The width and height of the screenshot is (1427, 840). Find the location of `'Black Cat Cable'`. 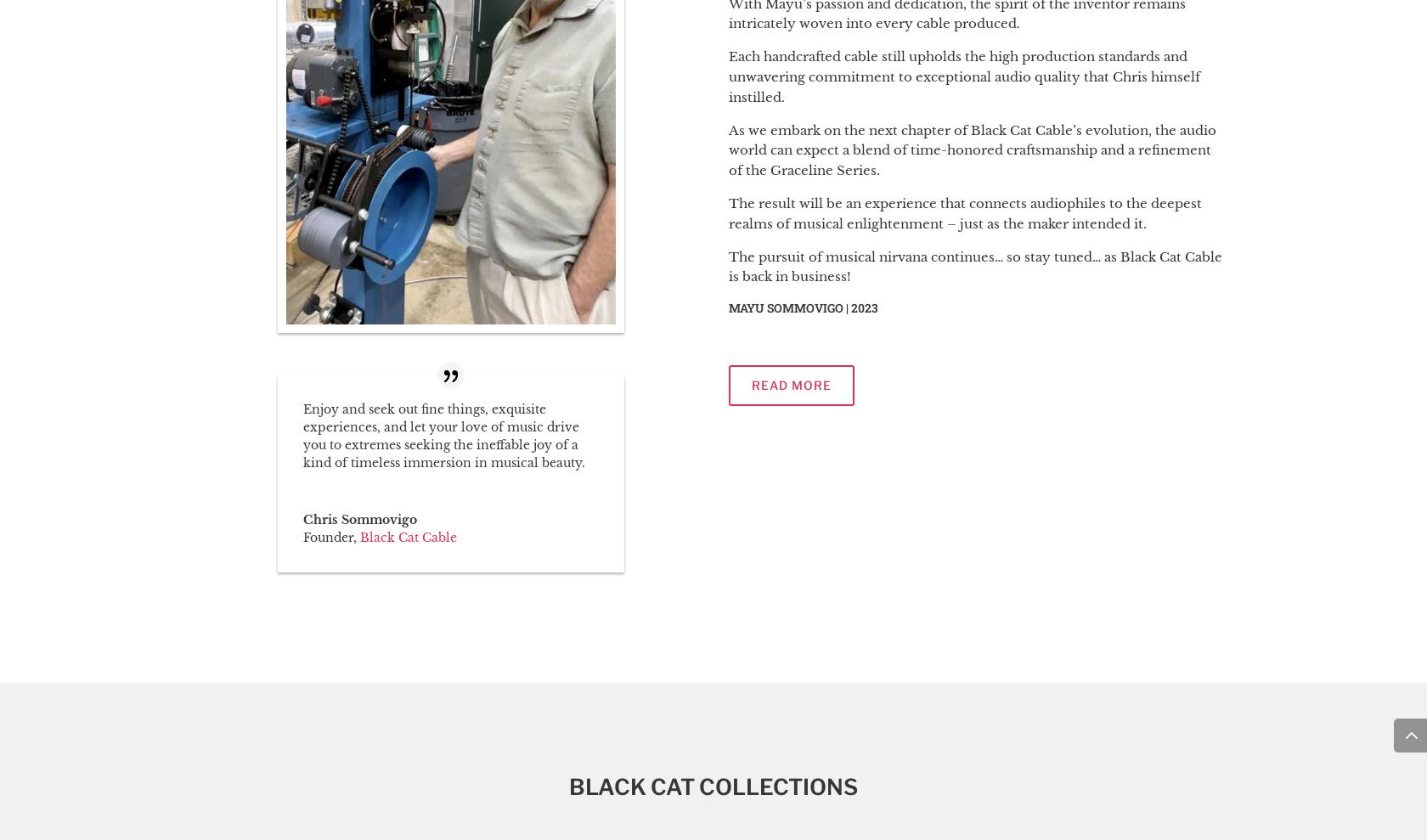

'Black Cat Cable' is located at coordinates (408, 537).